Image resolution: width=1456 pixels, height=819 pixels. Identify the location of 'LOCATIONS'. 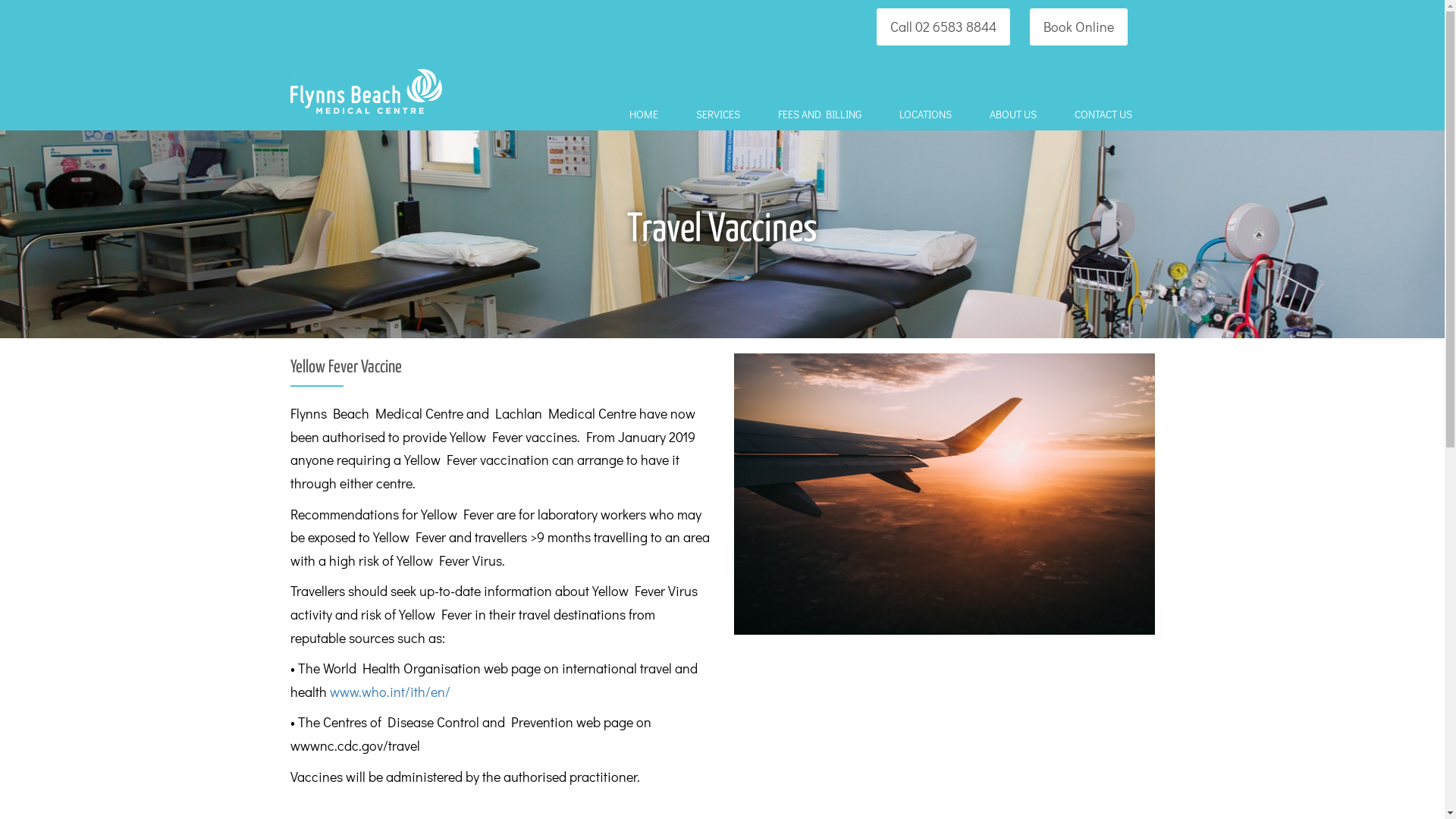
(884, 114).